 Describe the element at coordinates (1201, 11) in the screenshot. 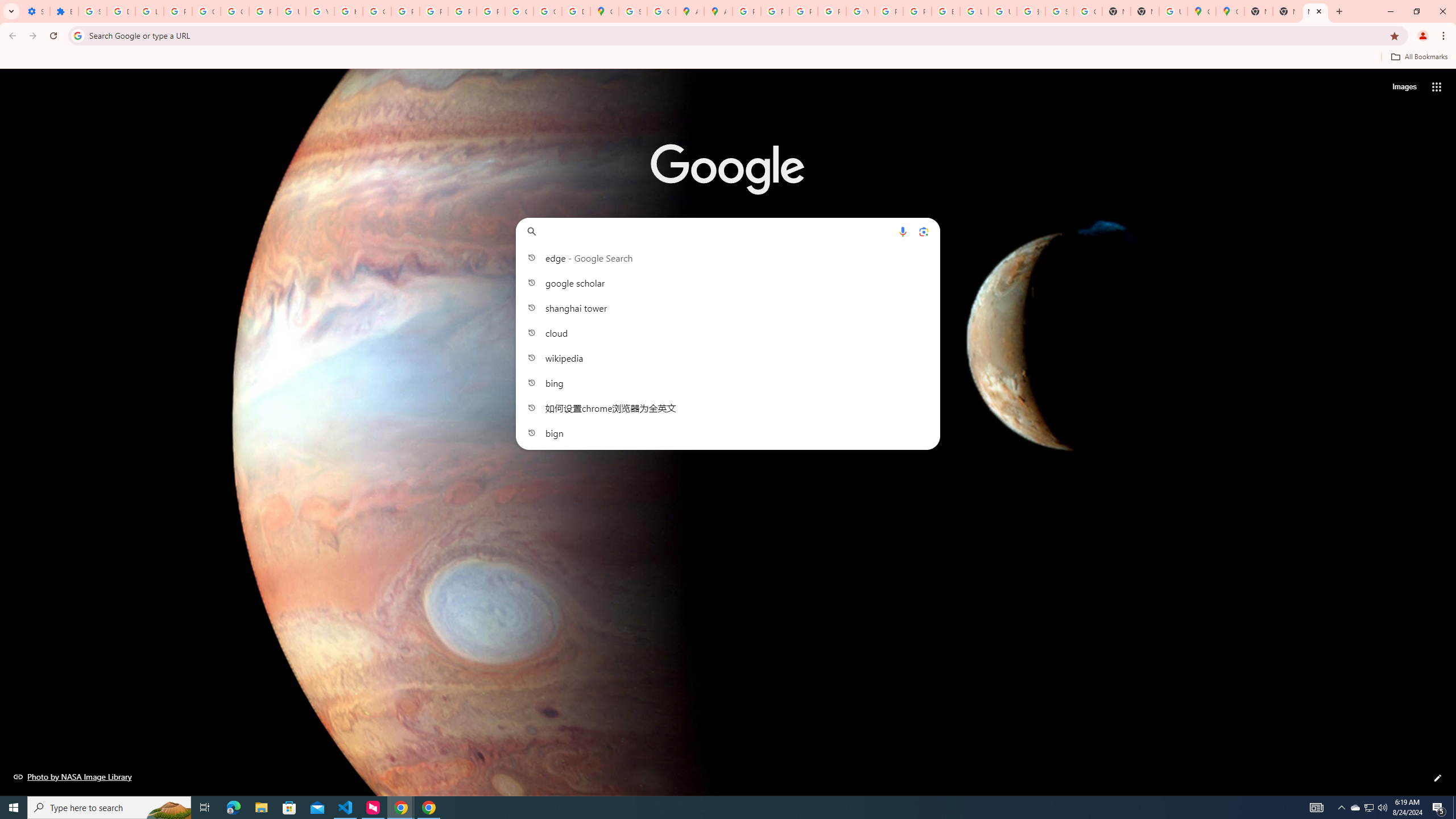

I see `'Google Maps'` at that location.